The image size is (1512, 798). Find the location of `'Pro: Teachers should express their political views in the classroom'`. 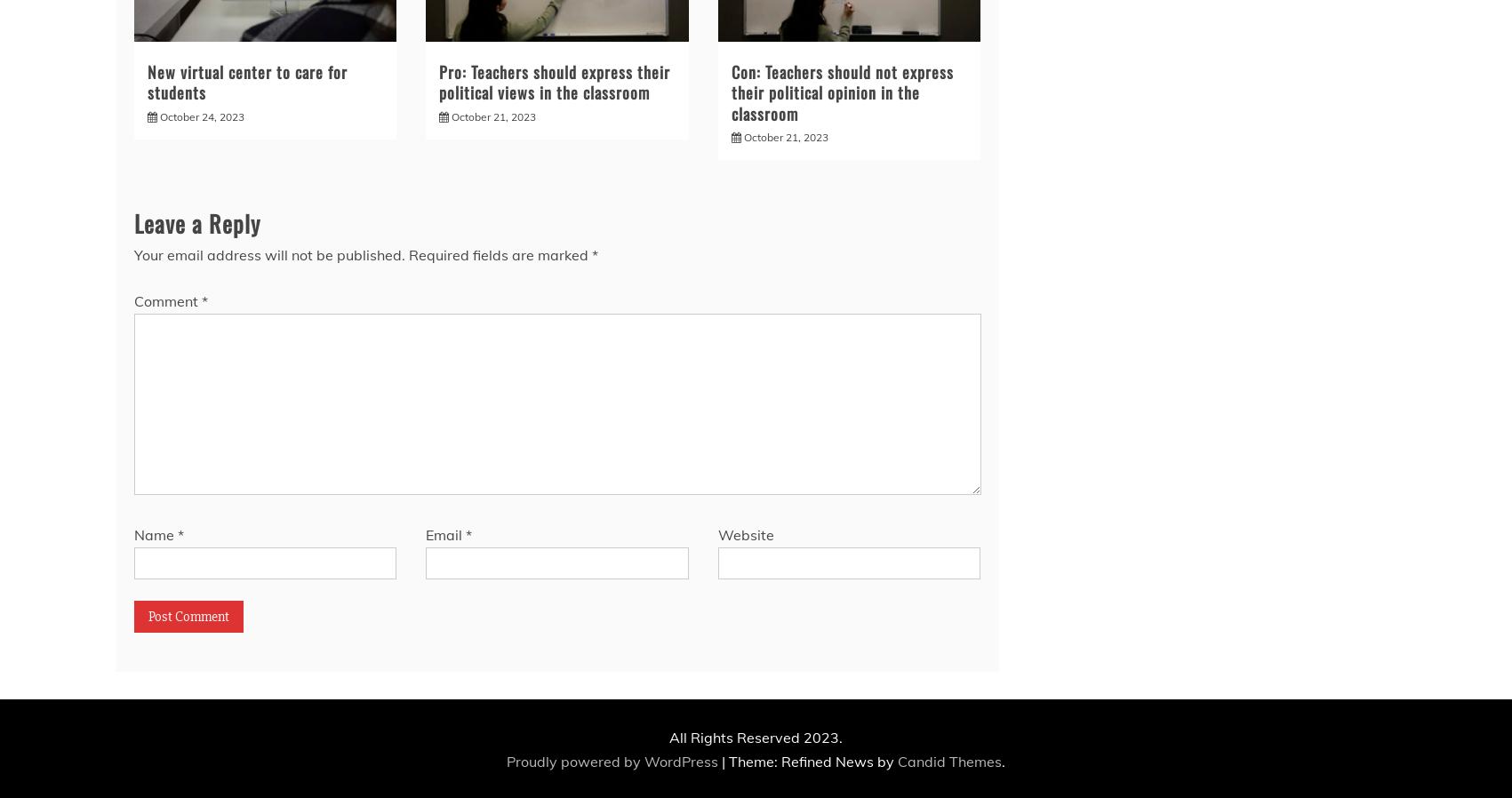

'Pro: Teachers should express their political views in the classroom' is located at coordinates (438, 80).